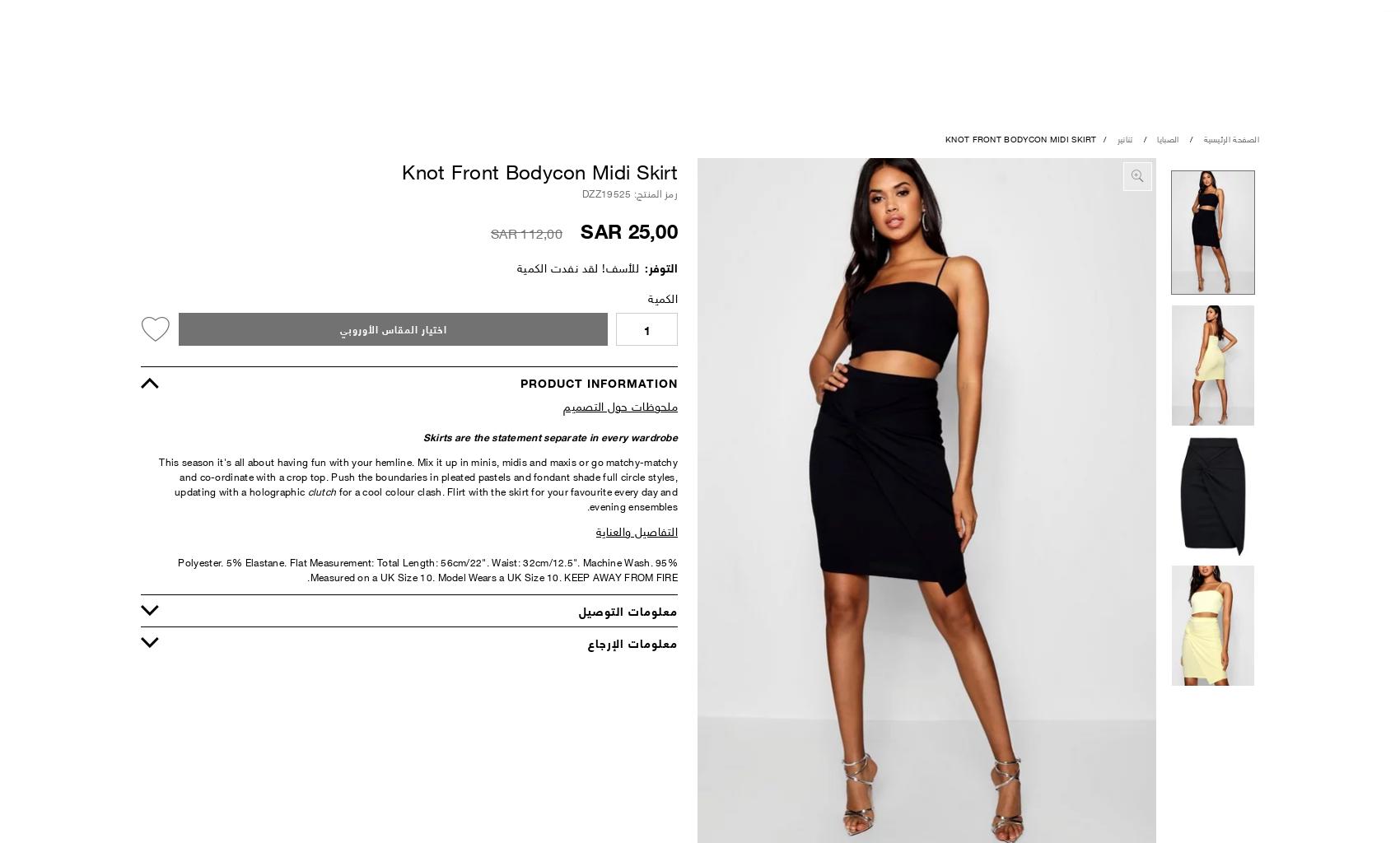 This screenshot has height=843, width=1400. Describe the element at coordinates (515, 266) in the screenshot. I see `'للأسف! لقد نفدت الكمية'` at that location.